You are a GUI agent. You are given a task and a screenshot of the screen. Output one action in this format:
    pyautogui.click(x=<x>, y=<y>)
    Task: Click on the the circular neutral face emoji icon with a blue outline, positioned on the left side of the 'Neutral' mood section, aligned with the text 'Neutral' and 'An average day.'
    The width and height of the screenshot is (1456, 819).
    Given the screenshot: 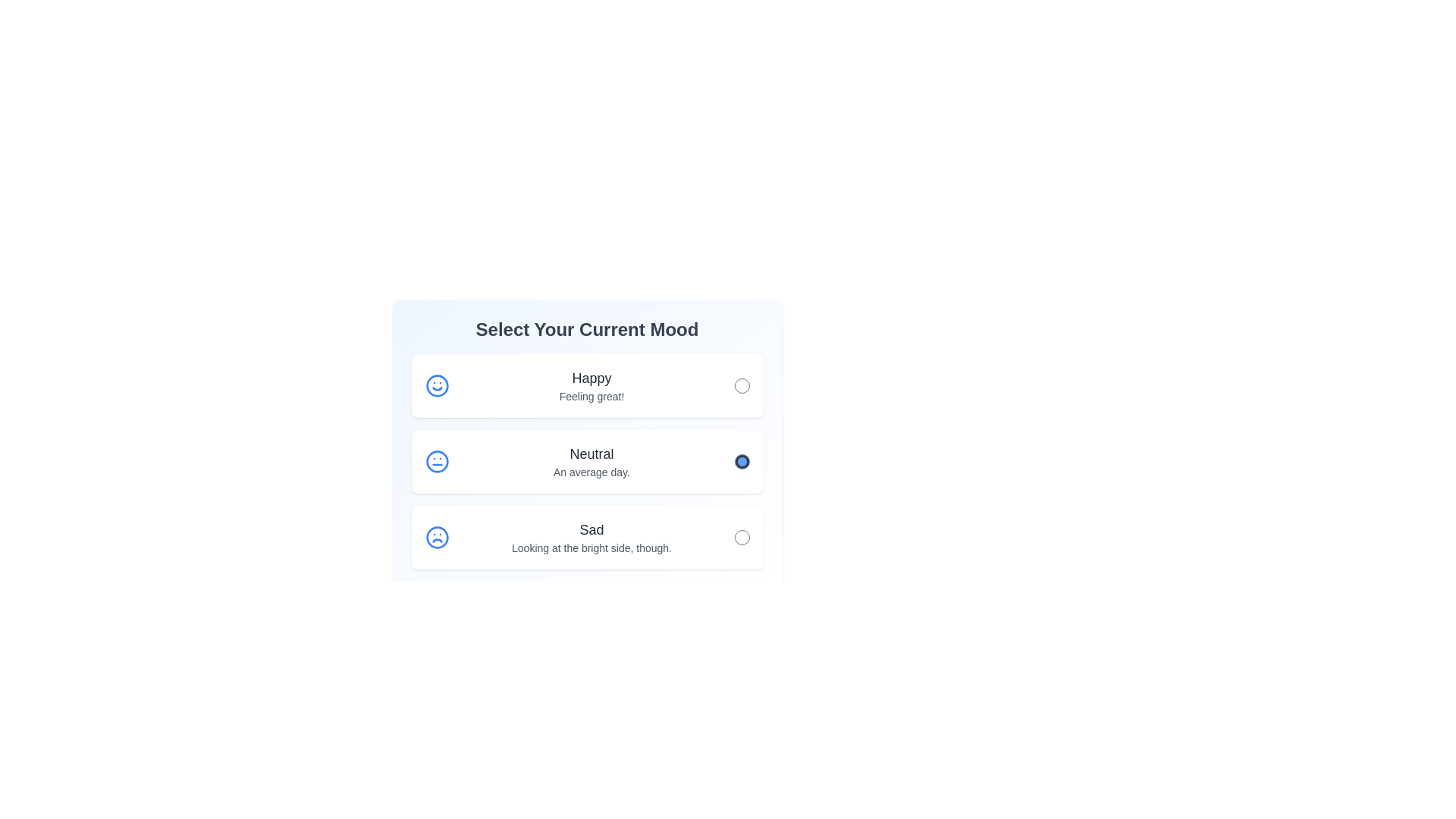 What is the action you would take?
    pyautogui.click(x=436, y=461)
    